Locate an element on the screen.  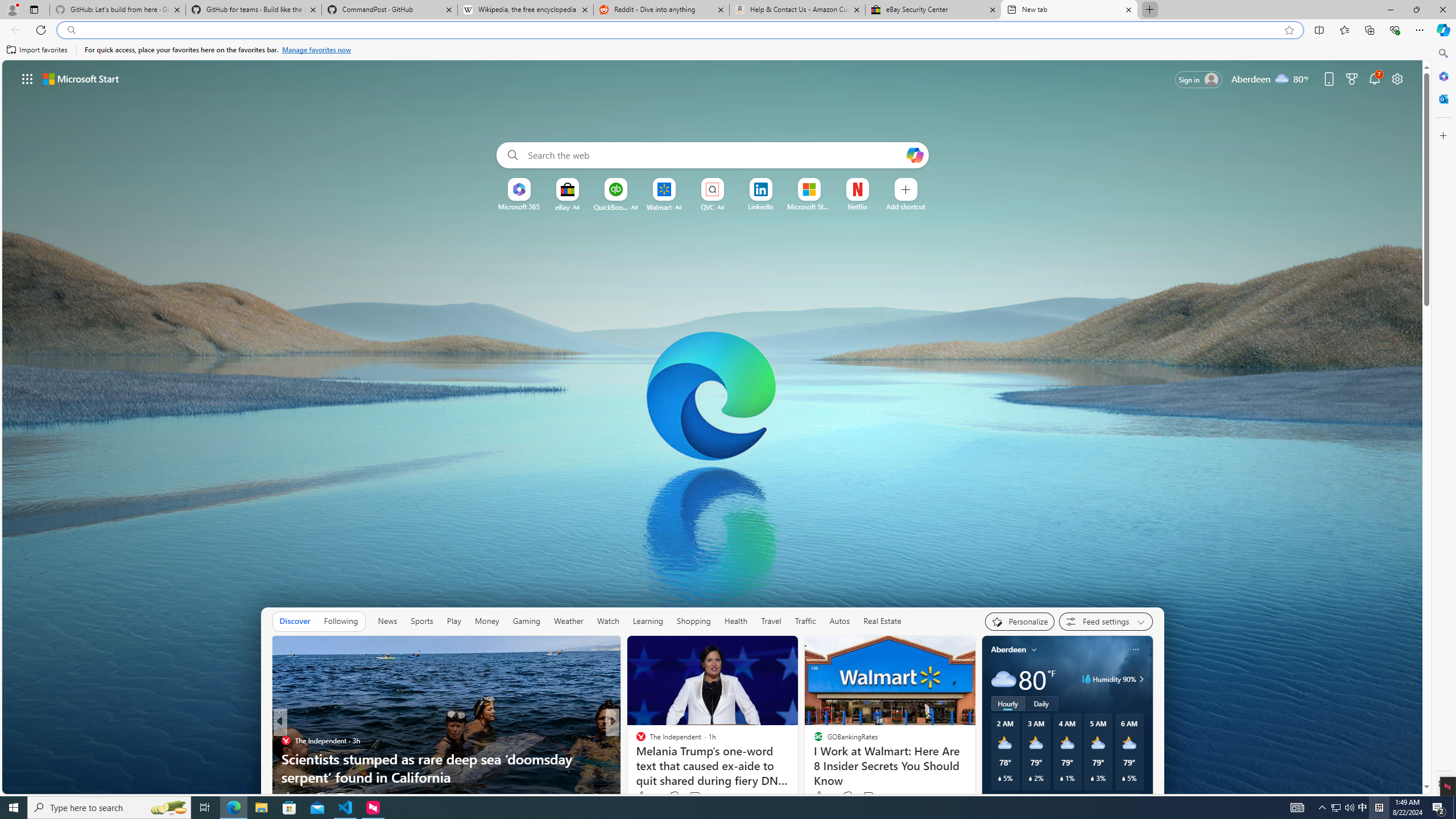
'The Independent' is located at coordinates (635, 741).